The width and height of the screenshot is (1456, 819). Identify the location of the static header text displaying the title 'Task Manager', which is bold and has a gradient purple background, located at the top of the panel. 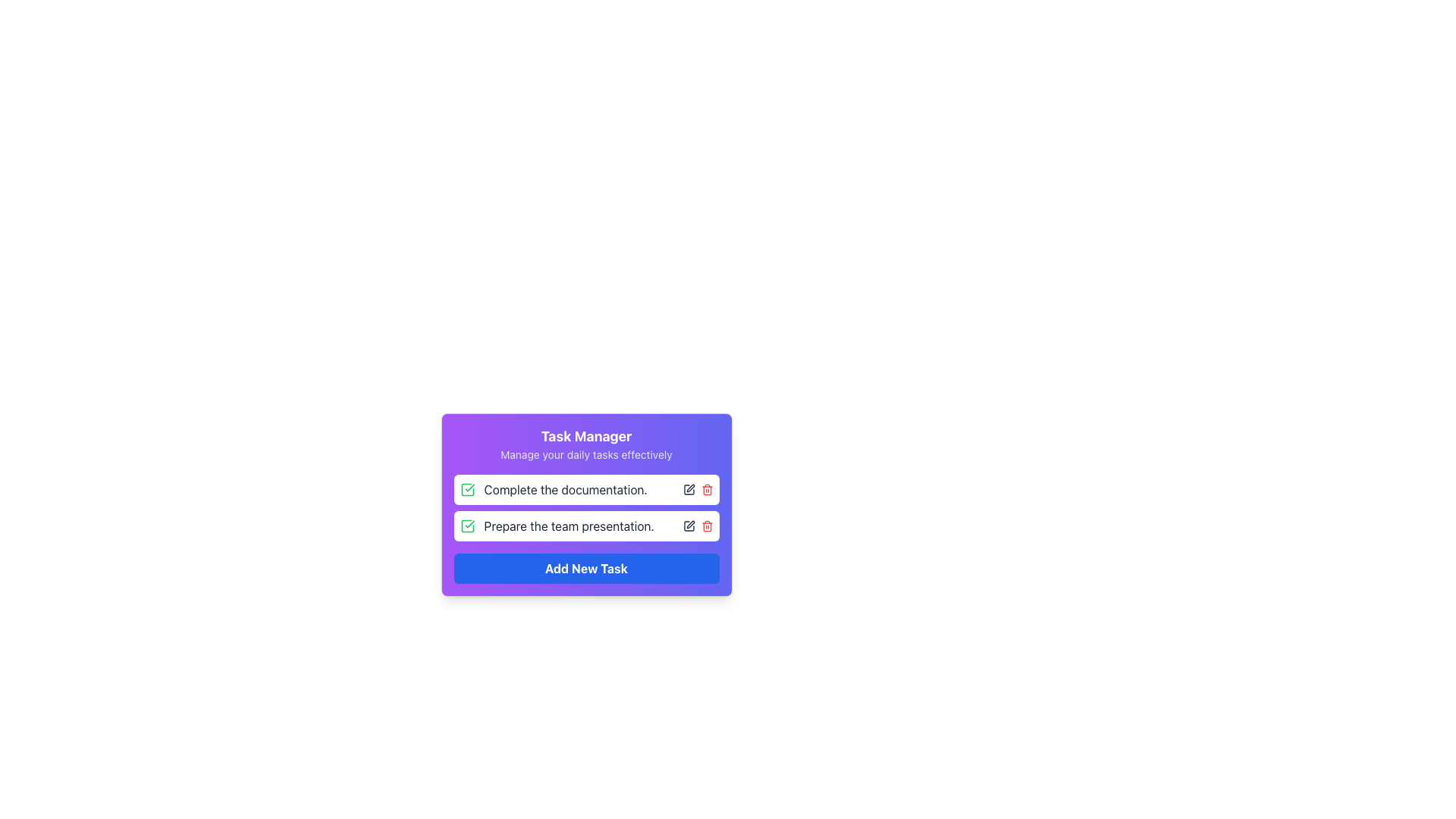
(585, 436).